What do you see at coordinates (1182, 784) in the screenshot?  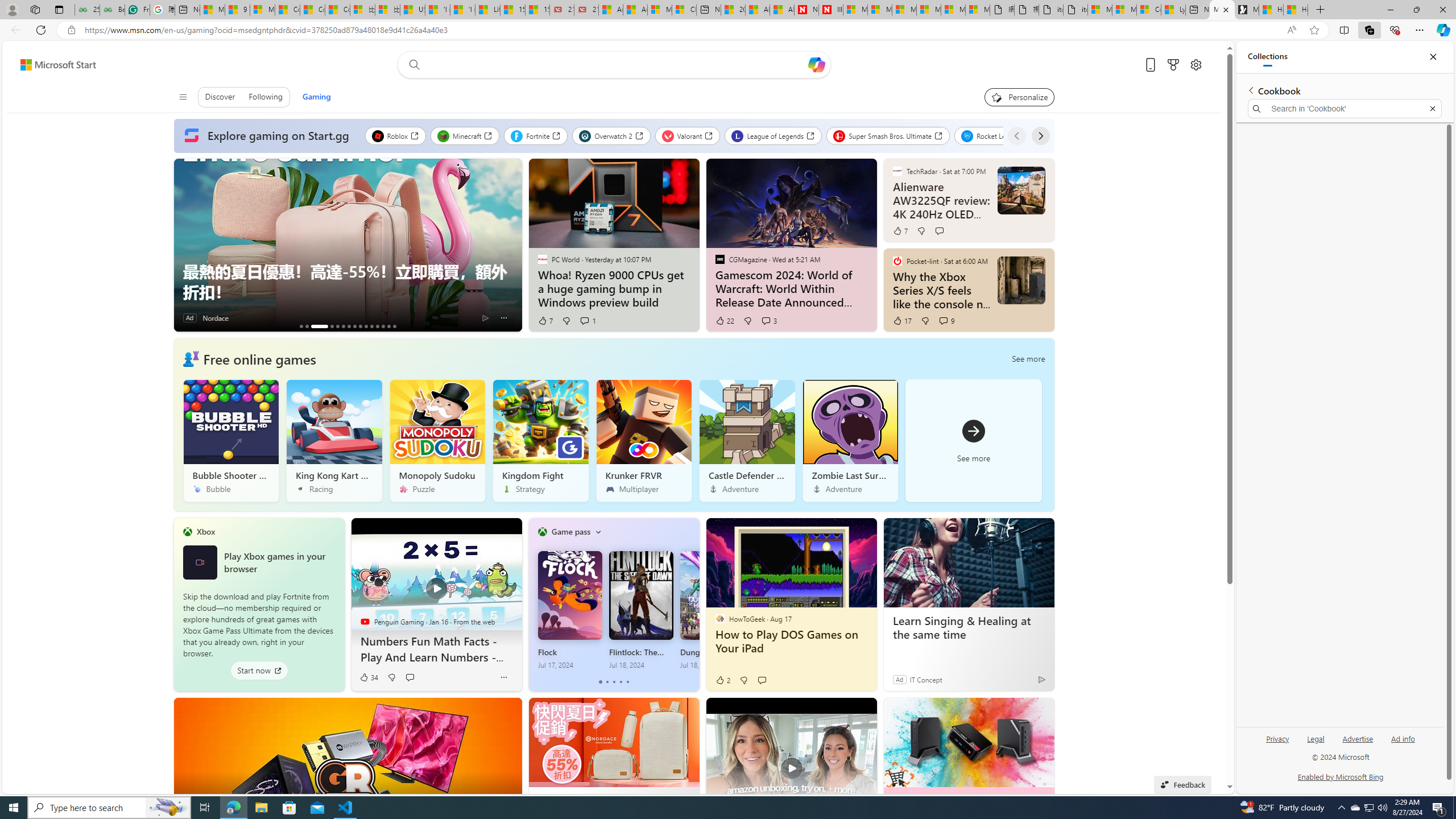 I see `'Feedback'` at bounding box center [1182, 784].